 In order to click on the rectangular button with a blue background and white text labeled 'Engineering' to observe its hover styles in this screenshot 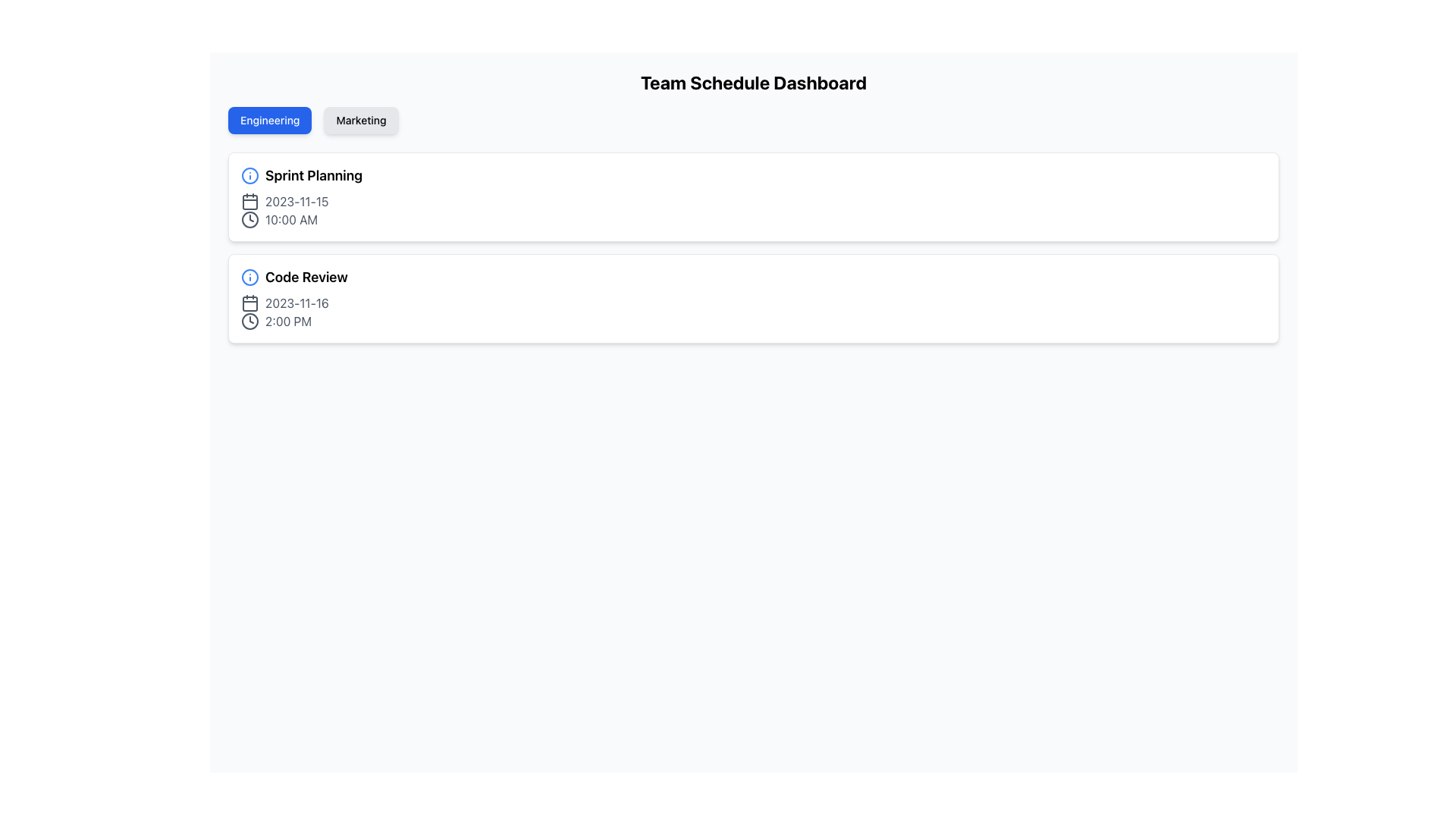, I will do `click(270, 119)`.